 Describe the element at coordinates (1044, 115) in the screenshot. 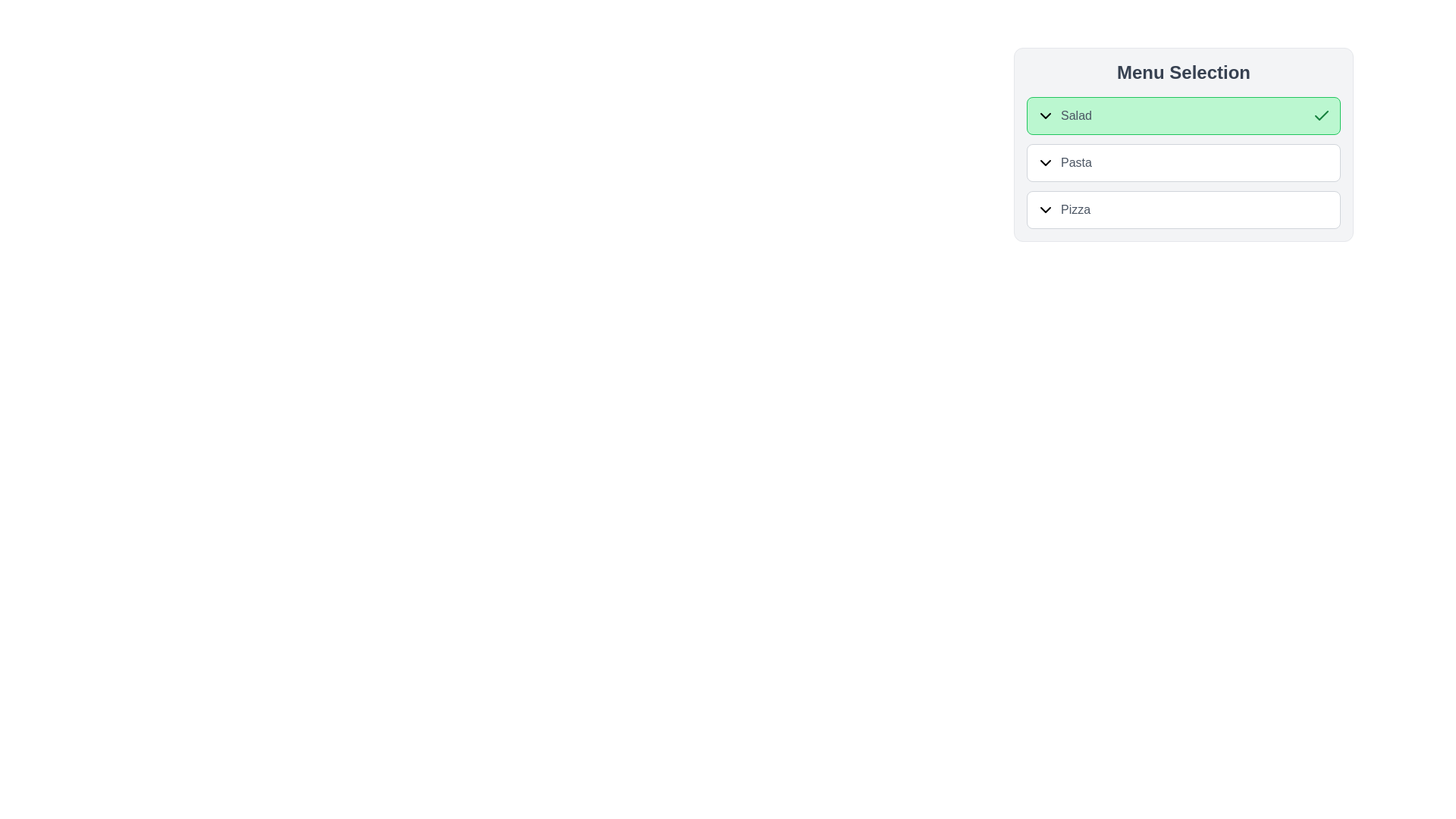

I see `the dropdown toggle icon located in the row with the text 'Salad'` at that location.